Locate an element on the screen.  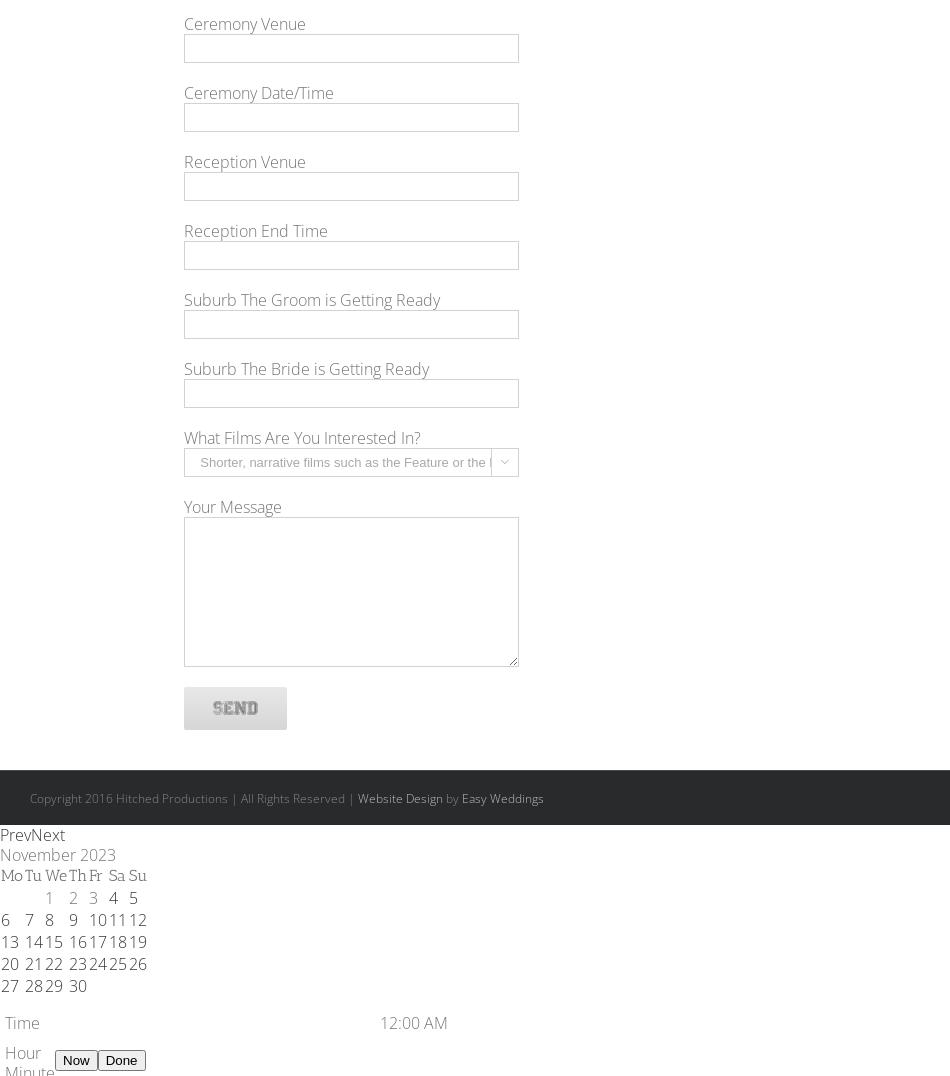
'Suburb The Groom is Getting Ready' is located at coordinates (310, 298).